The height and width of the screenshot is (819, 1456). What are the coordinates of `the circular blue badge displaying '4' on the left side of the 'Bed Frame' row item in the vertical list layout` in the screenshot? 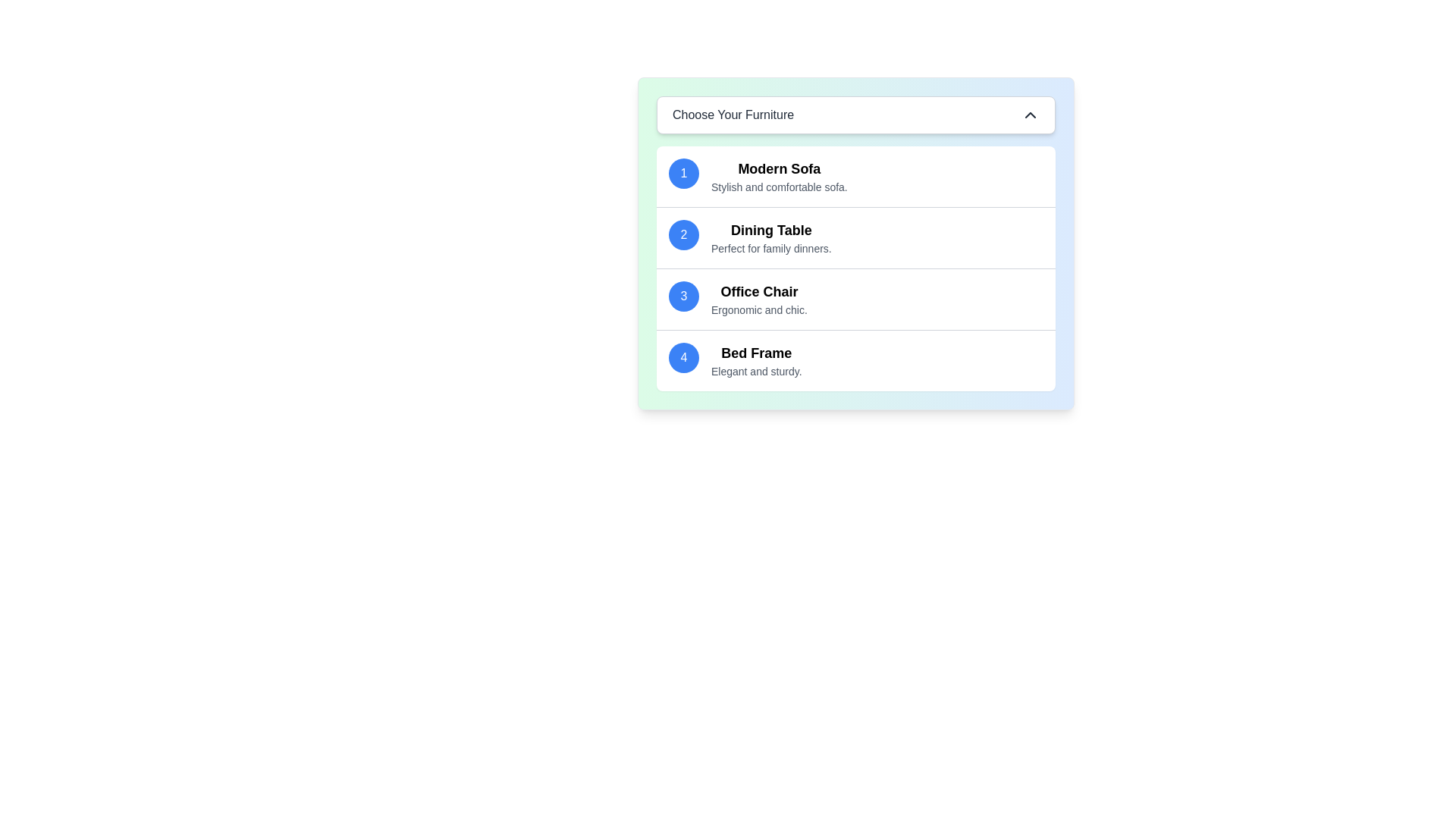 It's located at (683, 357).